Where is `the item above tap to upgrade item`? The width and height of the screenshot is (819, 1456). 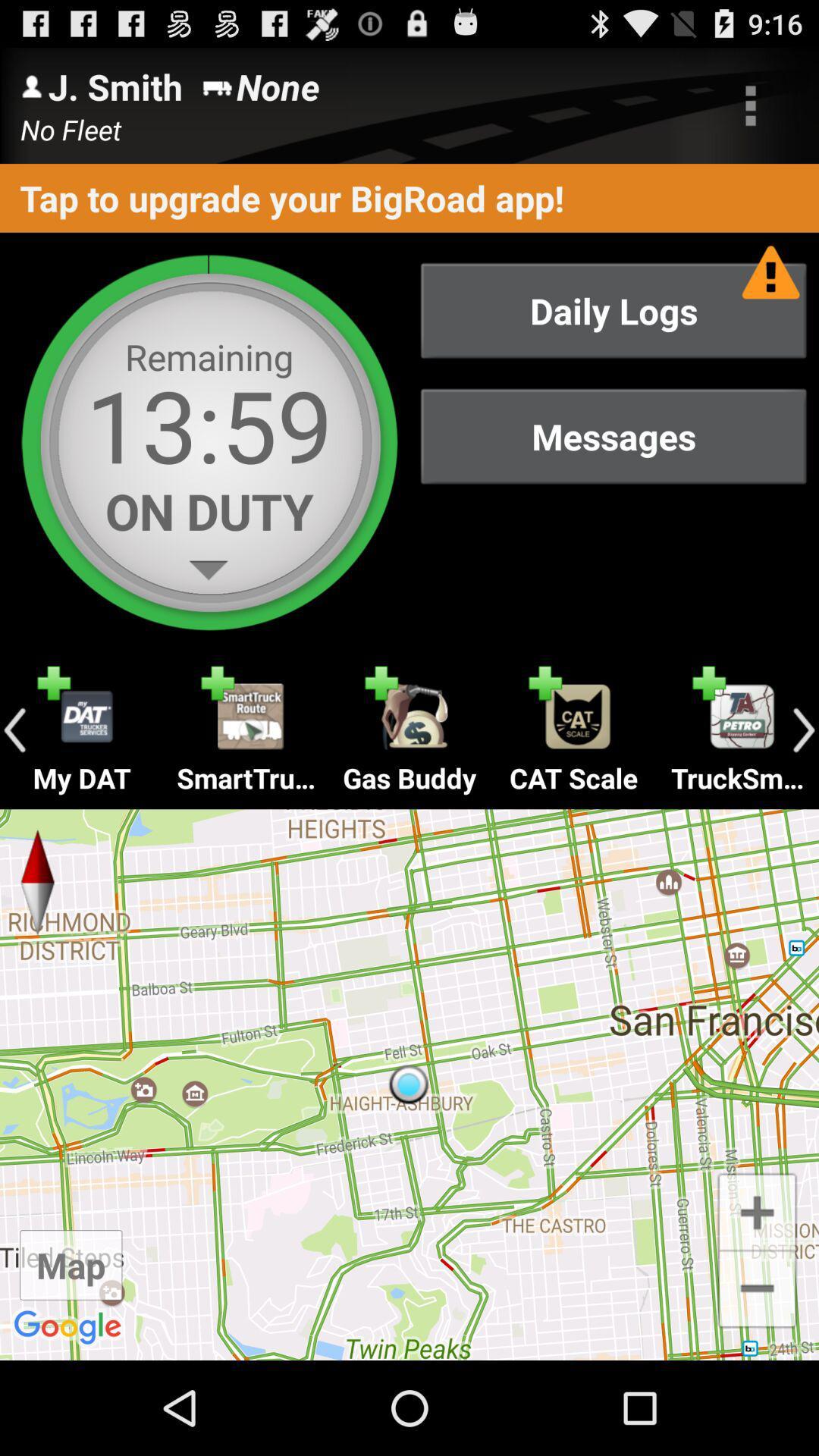 the item above tap to upgrade item is located at coordinates (751, 105).